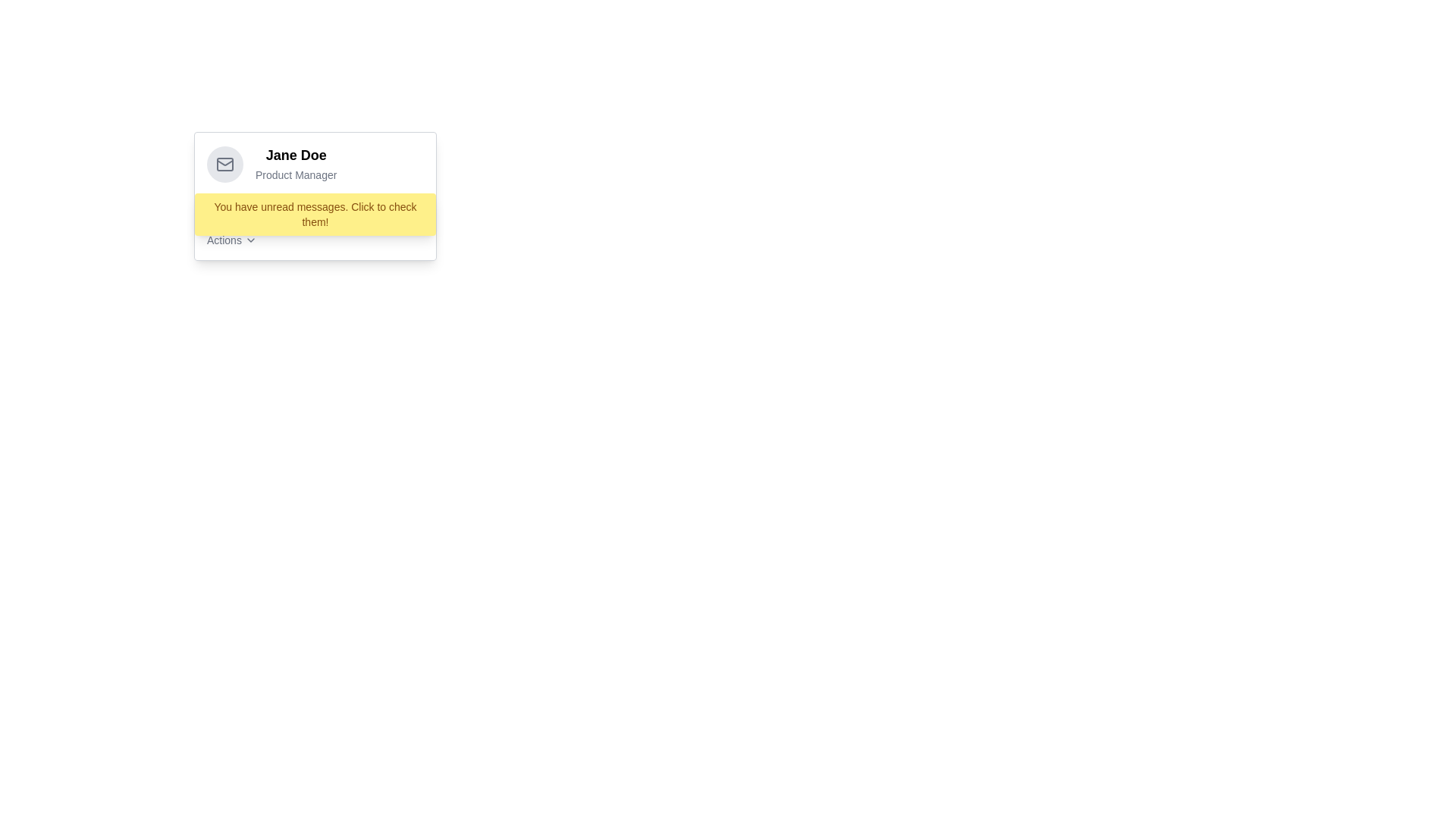 This screenshot has height=819, width=1456. Describe the element at coordinates (224, 164) in the screenshot. I see `the message icon indicating unread messages located at the top-left corner of the user information panel` at that location.